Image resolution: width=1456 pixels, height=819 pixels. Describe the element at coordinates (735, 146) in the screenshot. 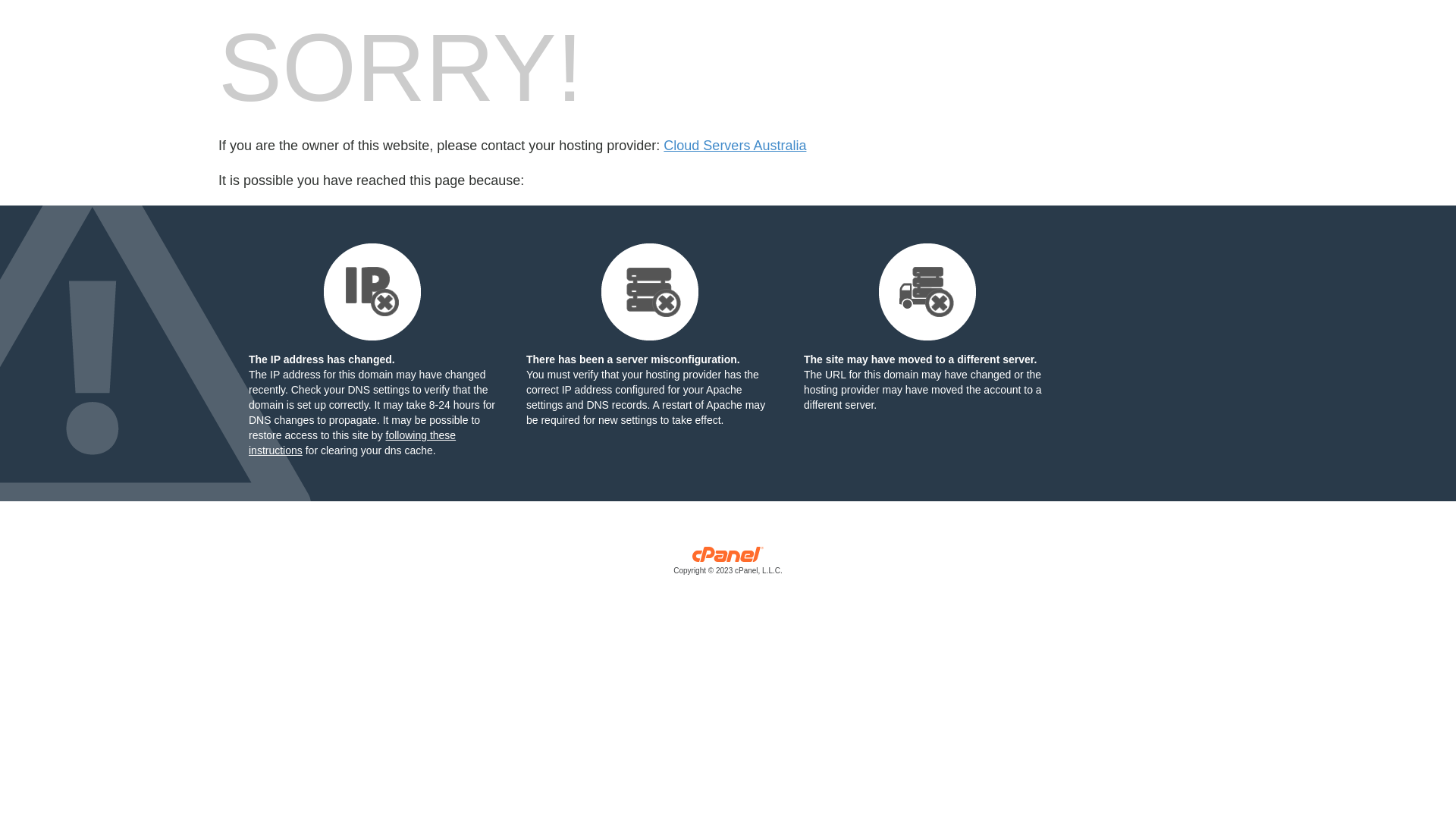

I see `'Cloud Servers Australia'` at that location.